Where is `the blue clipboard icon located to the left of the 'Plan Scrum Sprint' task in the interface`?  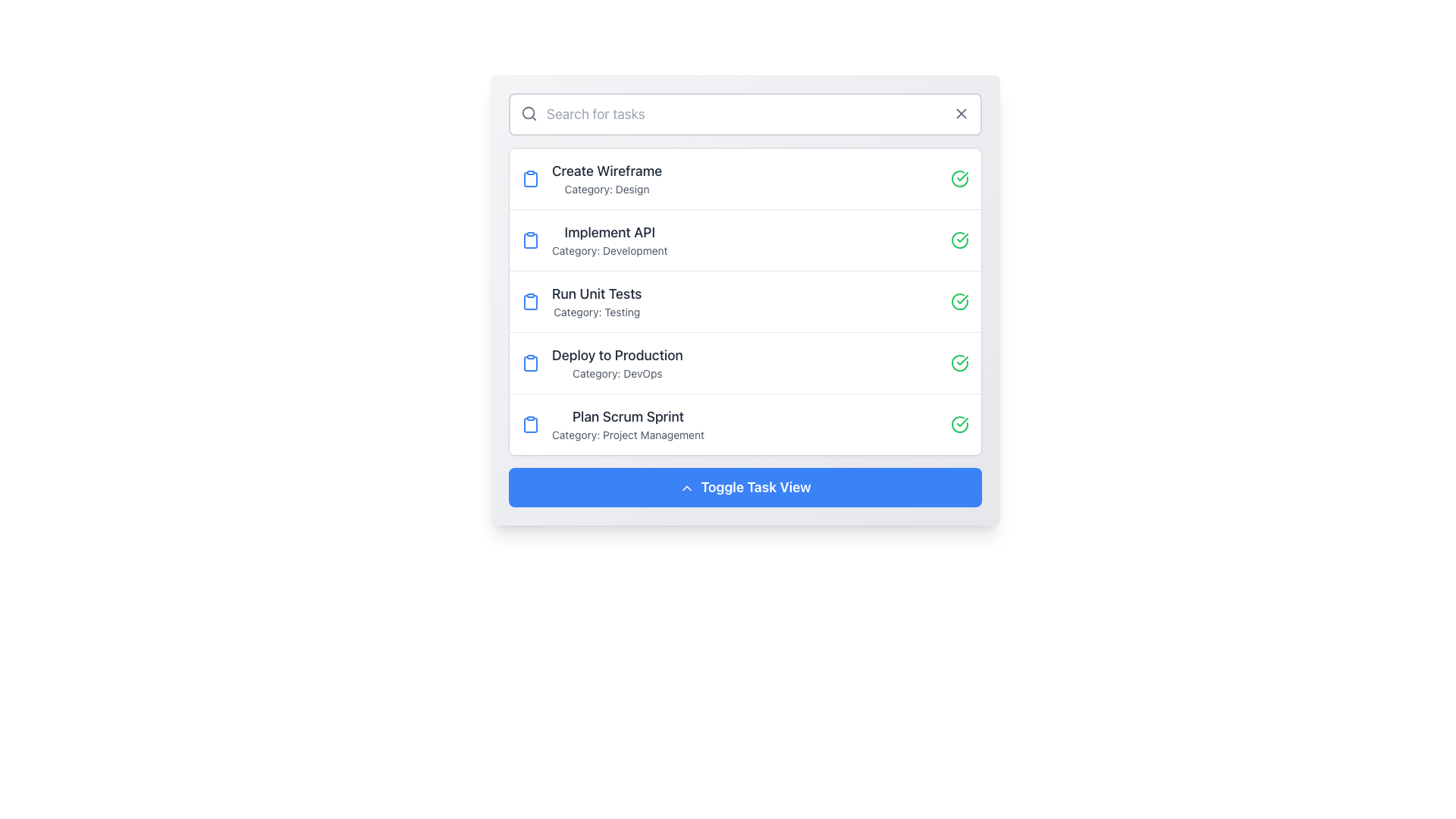 the blue clipboard icon located to the left of the 'Plan Scrum Sprint' task in the interface is located at coordinates (531, 424).